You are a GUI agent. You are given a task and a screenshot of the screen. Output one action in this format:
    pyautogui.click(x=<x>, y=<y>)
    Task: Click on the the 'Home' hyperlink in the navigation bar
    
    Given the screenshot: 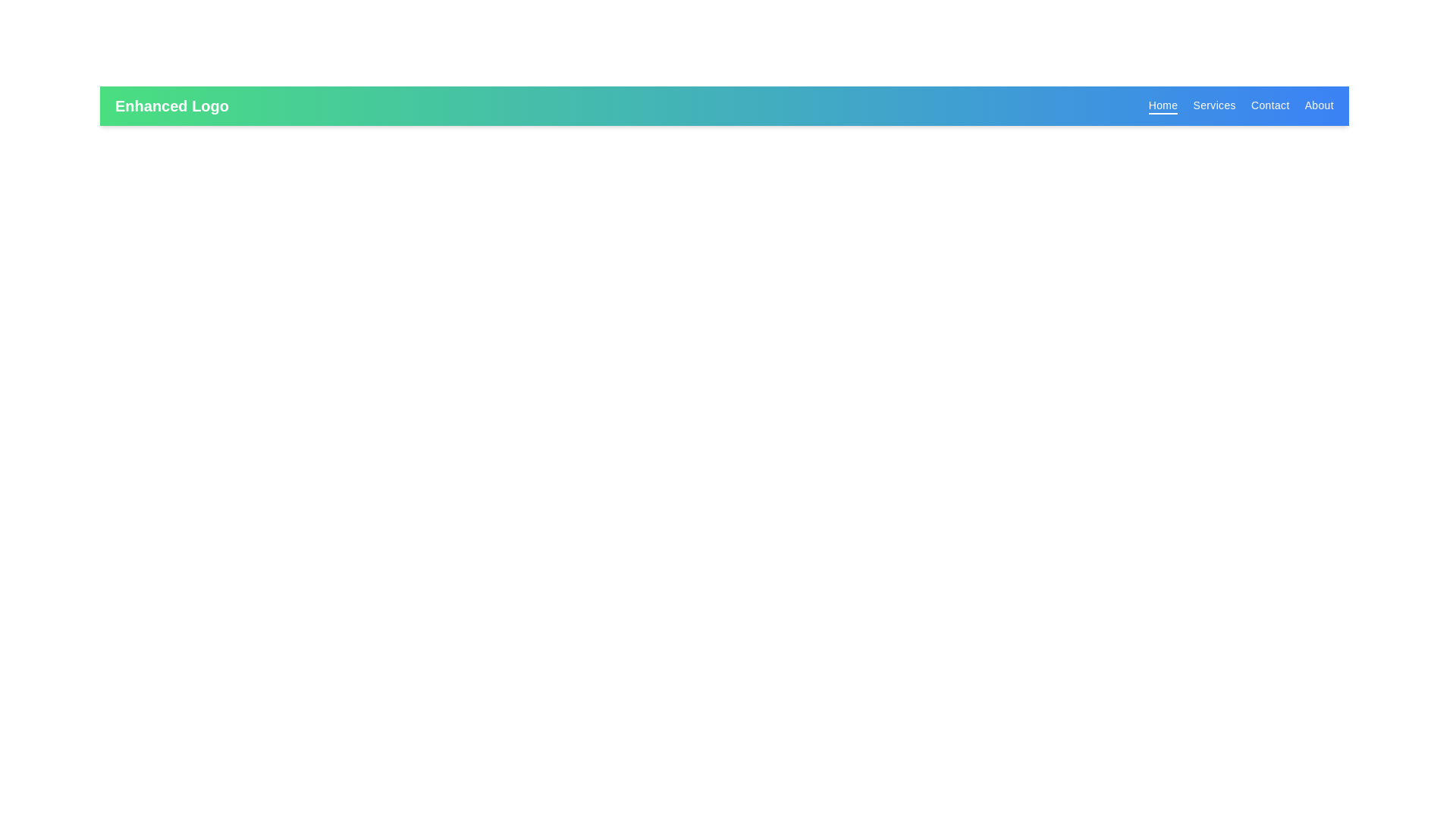 What is the action you would take?
    pyautogui.click(x=1163, y=105)
    